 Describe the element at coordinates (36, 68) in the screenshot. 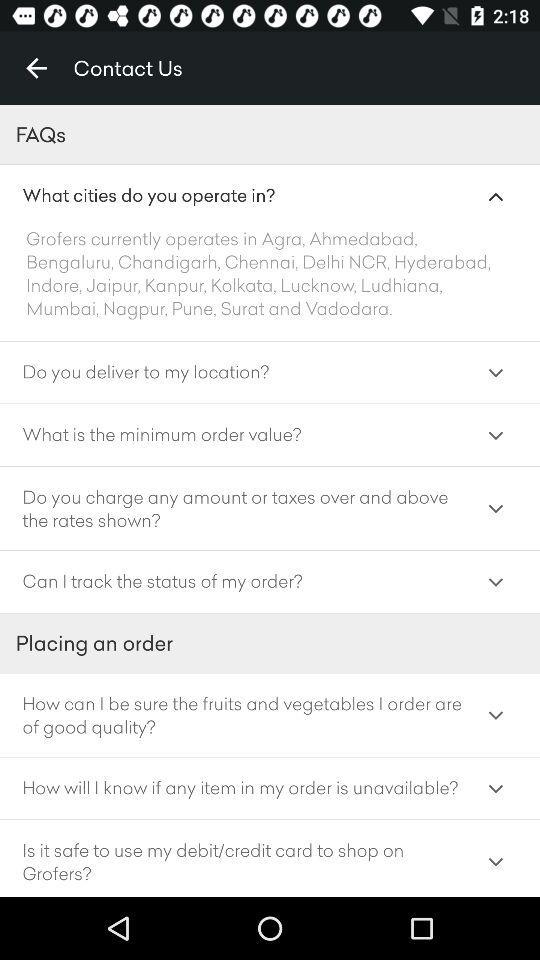

I see `item above the faqs` at that location.